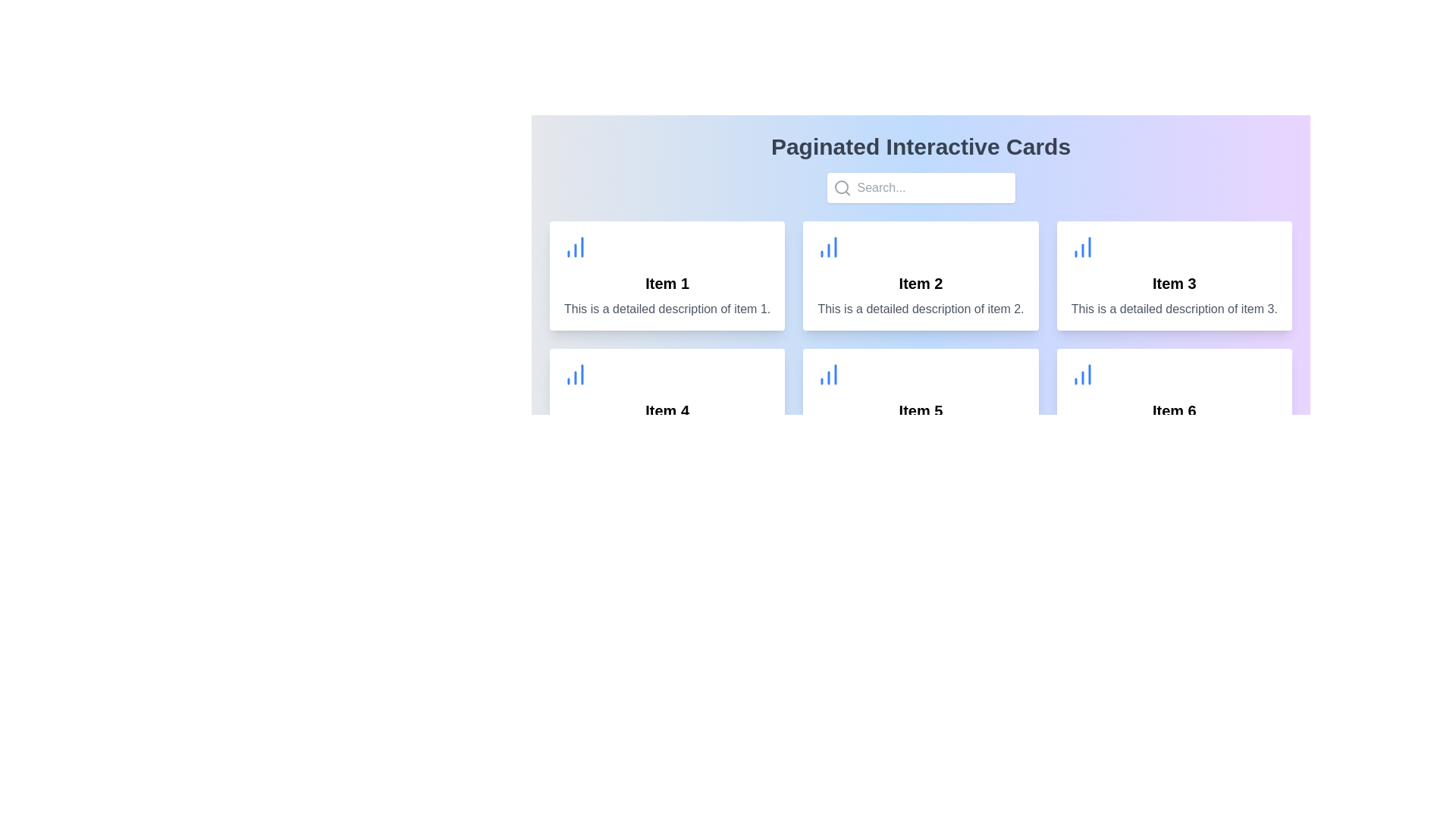 This screenshot has width=1456, height=819. What do you see at coordinates (828, 374) in the screenshot?
I see `the icon that symbolizes data or statistics for the 'Item 5' card located in the second row and second column of the grid layout` at bounding box center [828, 374].